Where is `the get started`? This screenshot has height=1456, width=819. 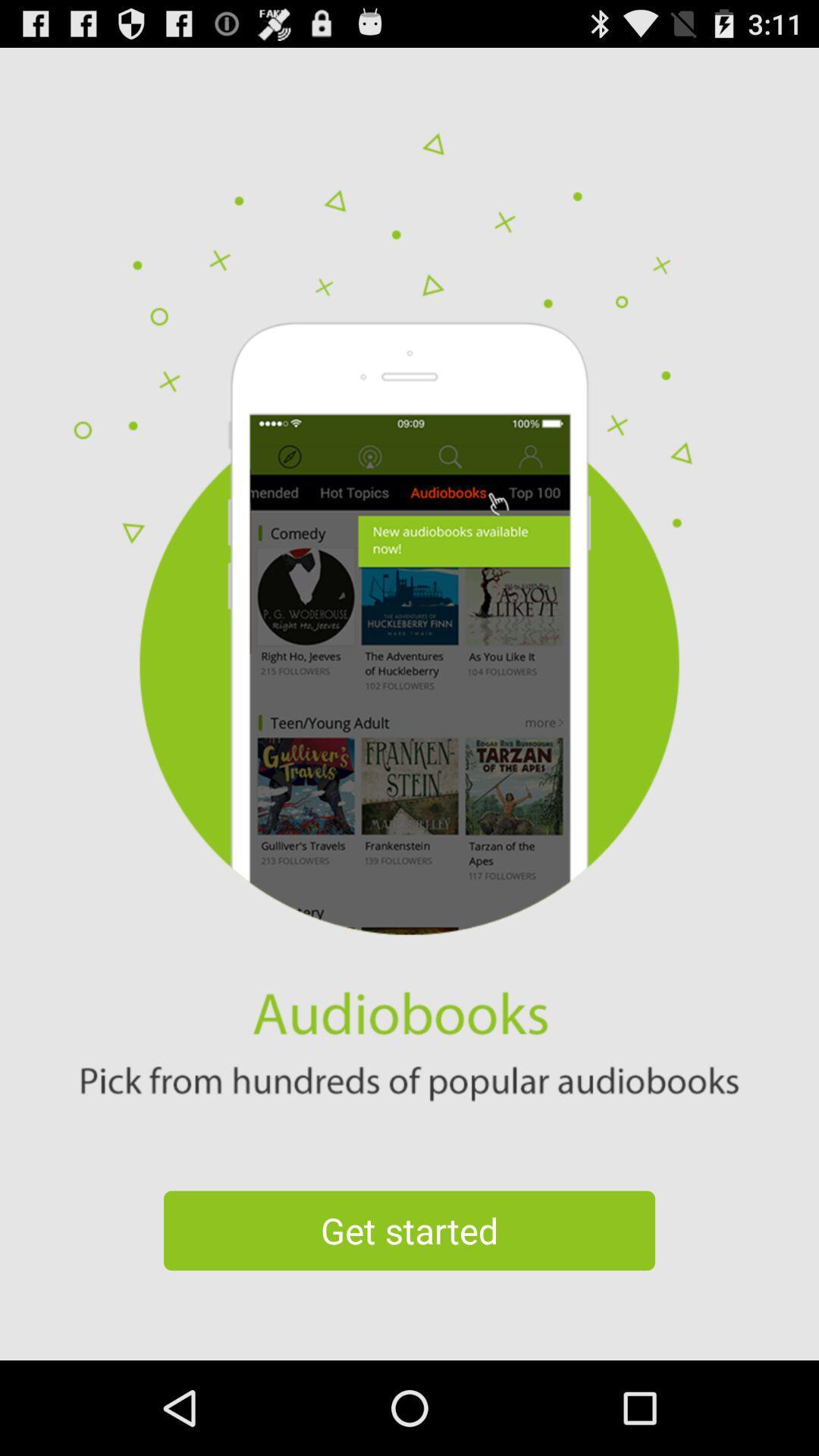 the get started is located at coordinates (409, 1230).